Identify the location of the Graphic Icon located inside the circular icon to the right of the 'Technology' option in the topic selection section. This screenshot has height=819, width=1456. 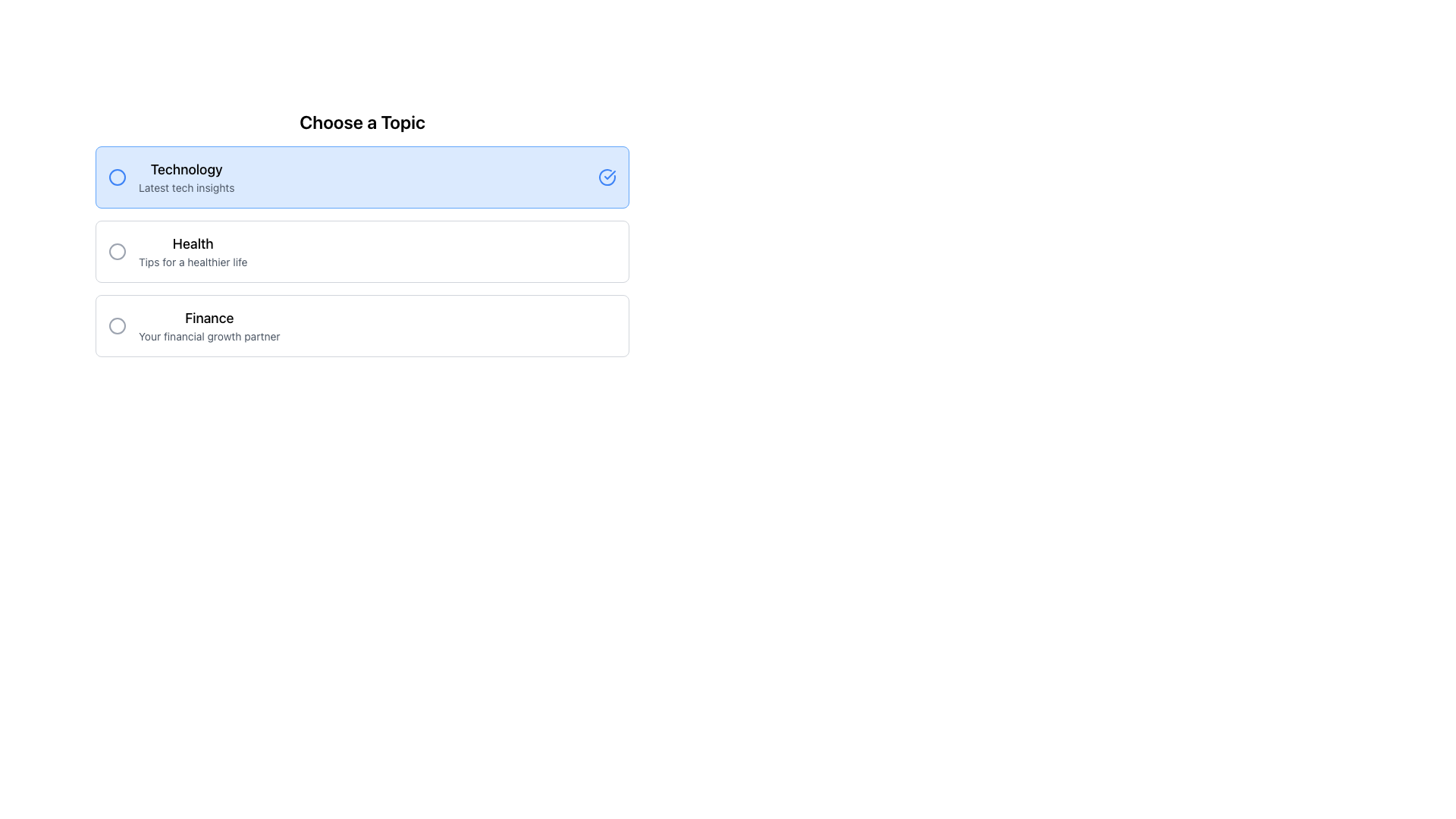
(610, 174).